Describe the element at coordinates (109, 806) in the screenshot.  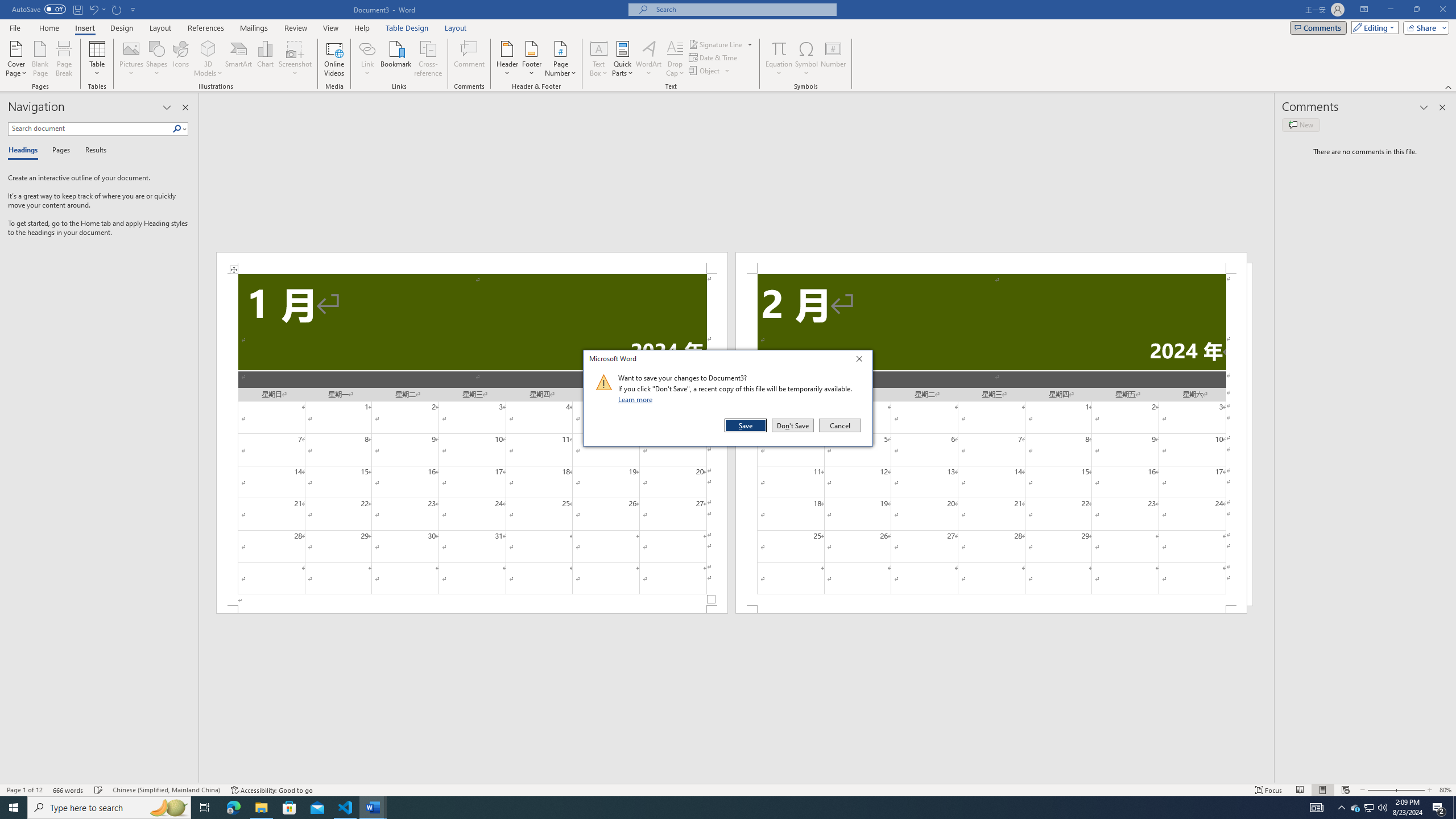
I see `'Type here to search'` at that location.